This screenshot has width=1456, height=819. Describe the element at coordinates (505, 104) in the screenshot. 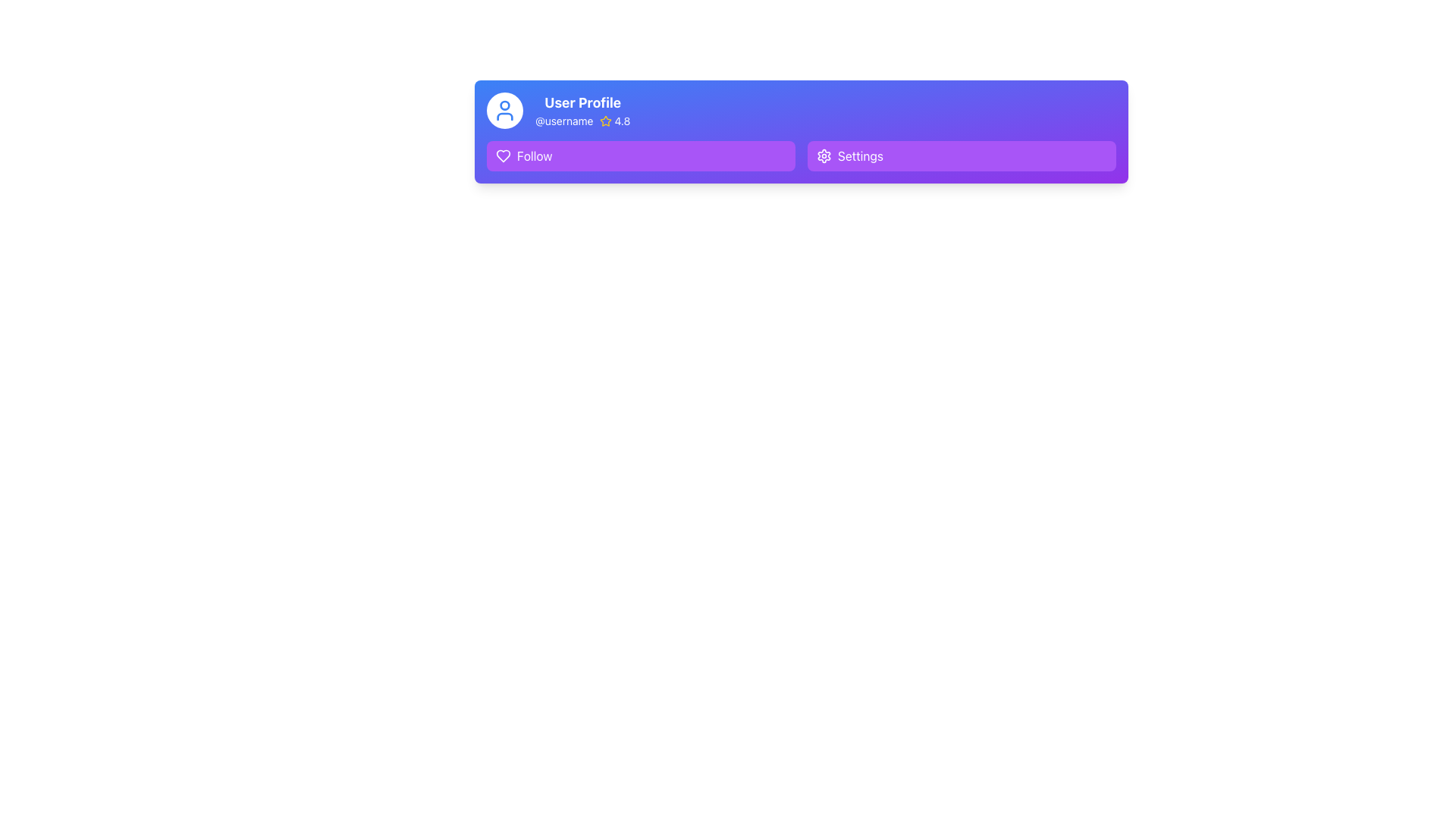

I see `the SVG circle element that is part of the decorative design of the user profile icon, located at the center of the upper half of the circular profile icon` at that location.